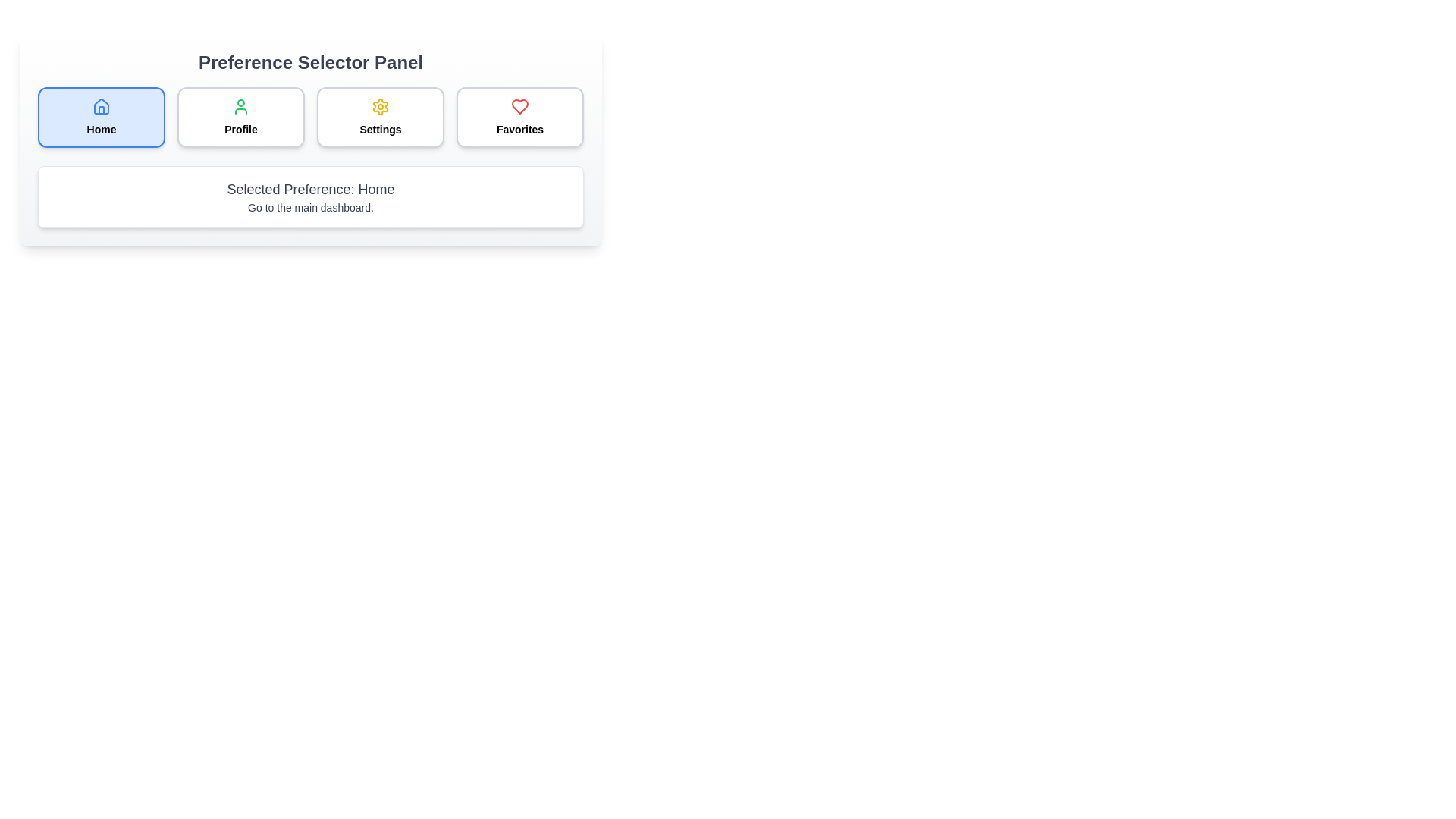 The image size is (1456, 819). I want to click on the decorative house icon representing the 'Home' option in the preference selector panel, so click(101, 106).